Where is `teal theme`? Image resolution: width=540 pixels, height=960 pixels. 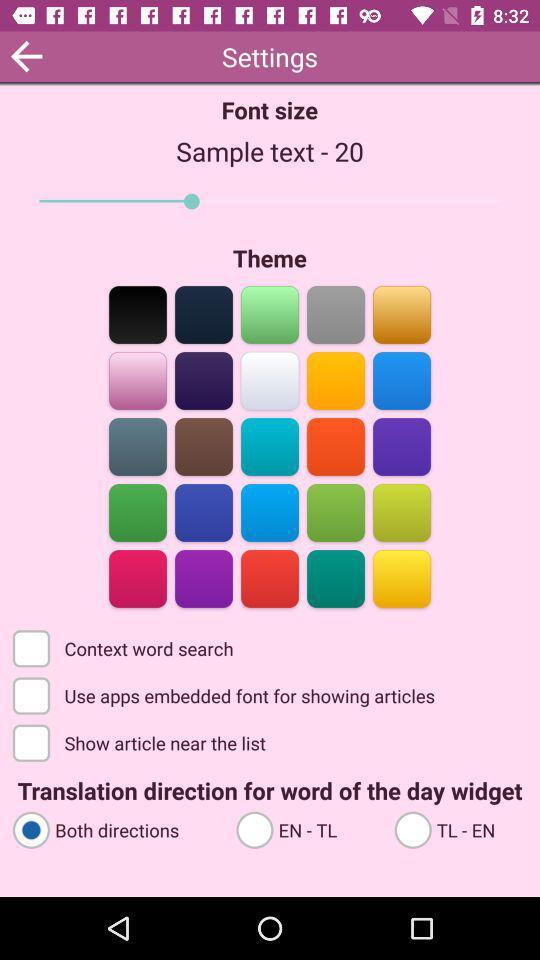 teal theme is located at coordinates (270, 445).